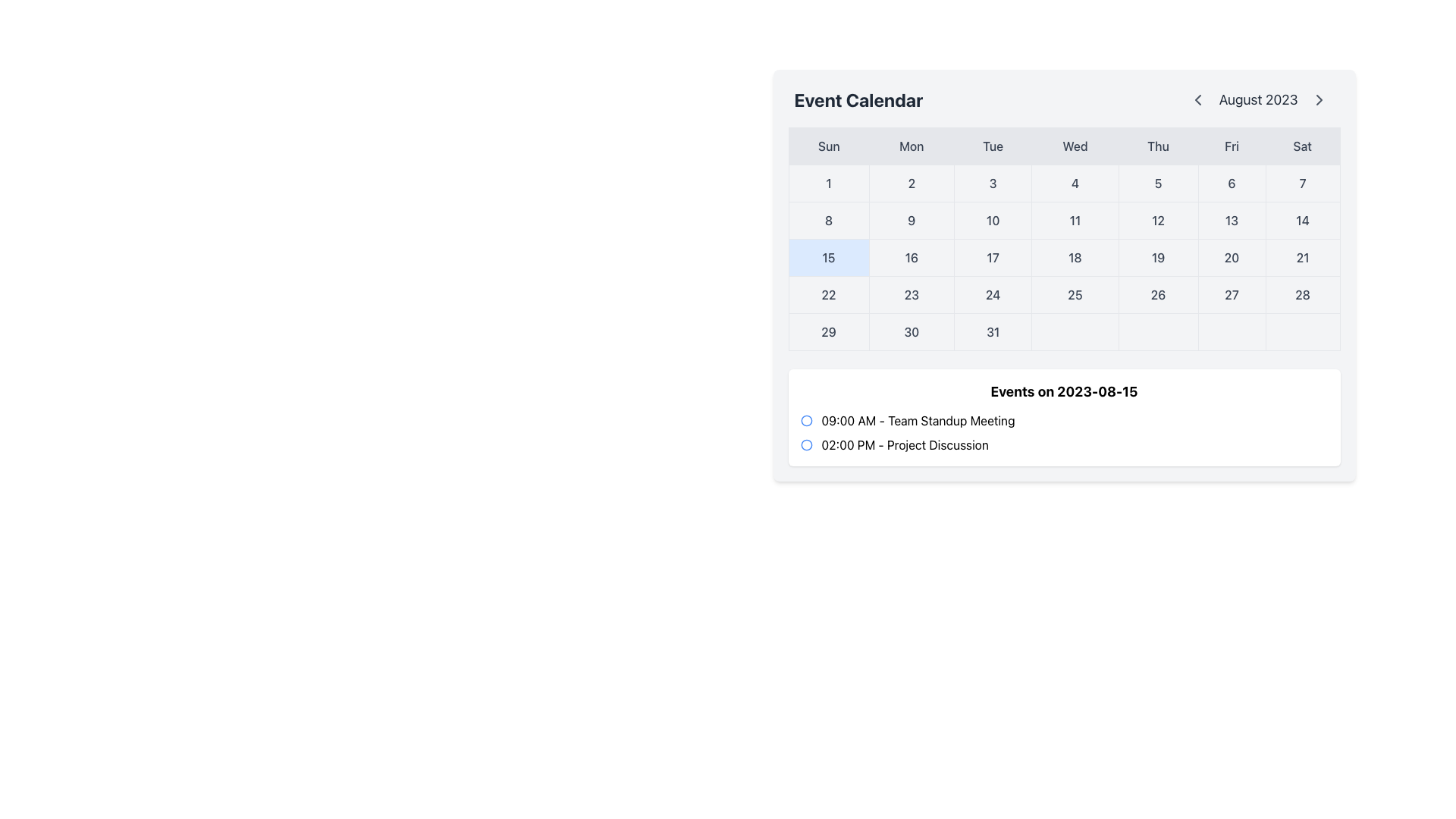 Image resolution: width=1456 pixels, height=819 pixels. Describe the element at coordinates (1074, 220) in the screenshot. I see `the calendar date cell representing the 11th day of the month, located` at that location.